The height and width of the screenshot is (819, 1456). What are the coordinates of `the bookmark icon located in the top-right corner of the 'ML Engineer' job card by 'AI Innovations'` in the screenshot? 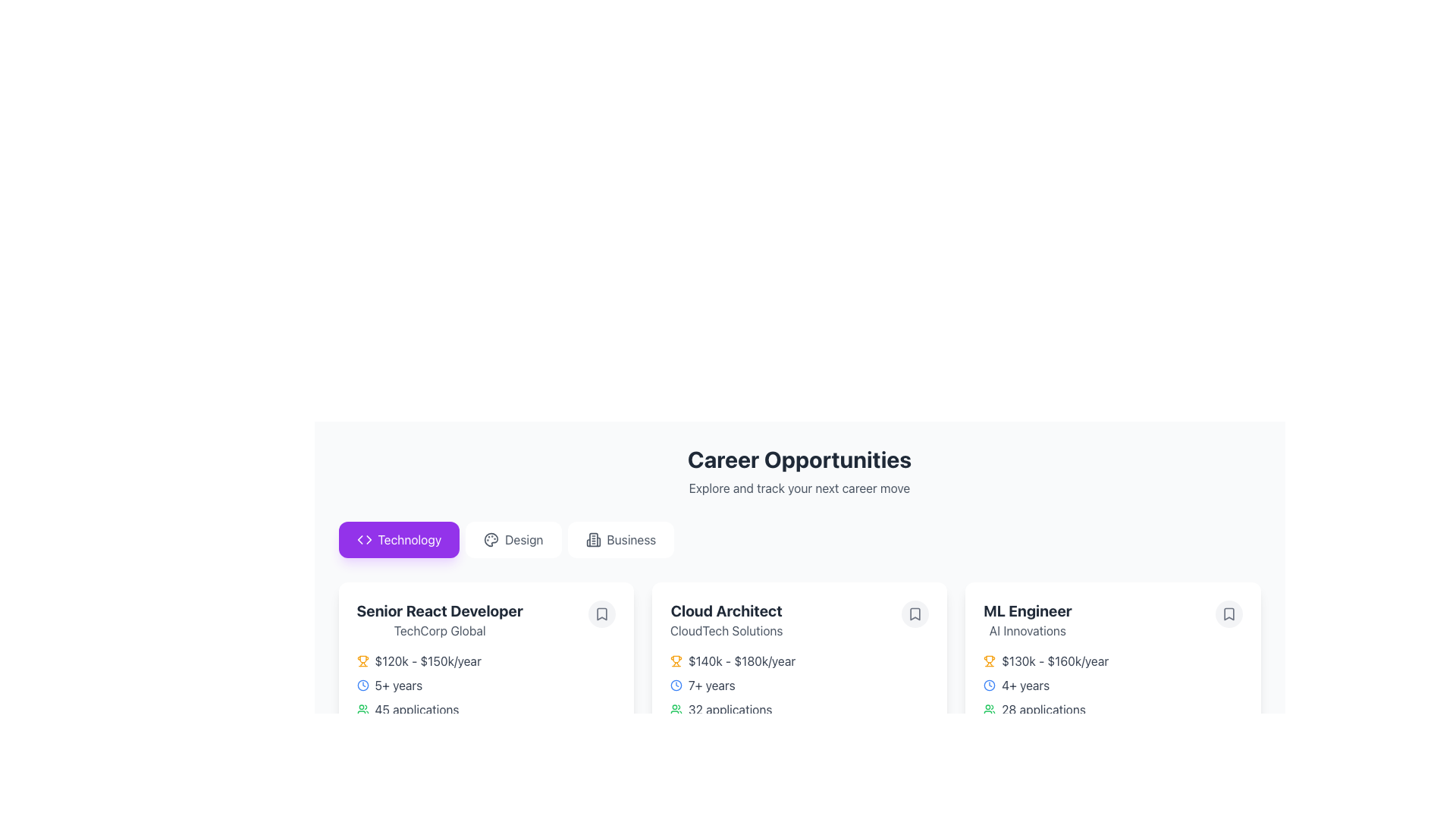 It's located at (1228, 614).